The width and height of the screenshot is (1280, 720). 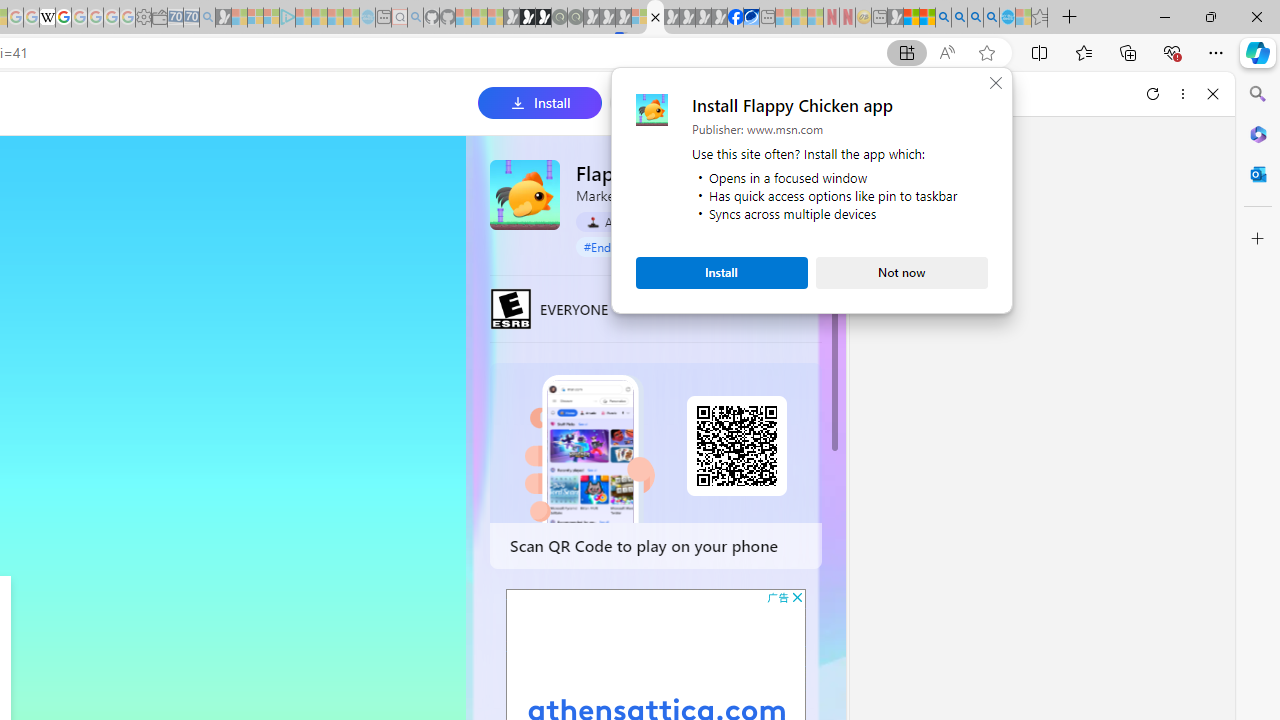 What do you see at coordinates (901, 272) in the screenshot?
I see `'Not now'` at bounding box center [901, 272].